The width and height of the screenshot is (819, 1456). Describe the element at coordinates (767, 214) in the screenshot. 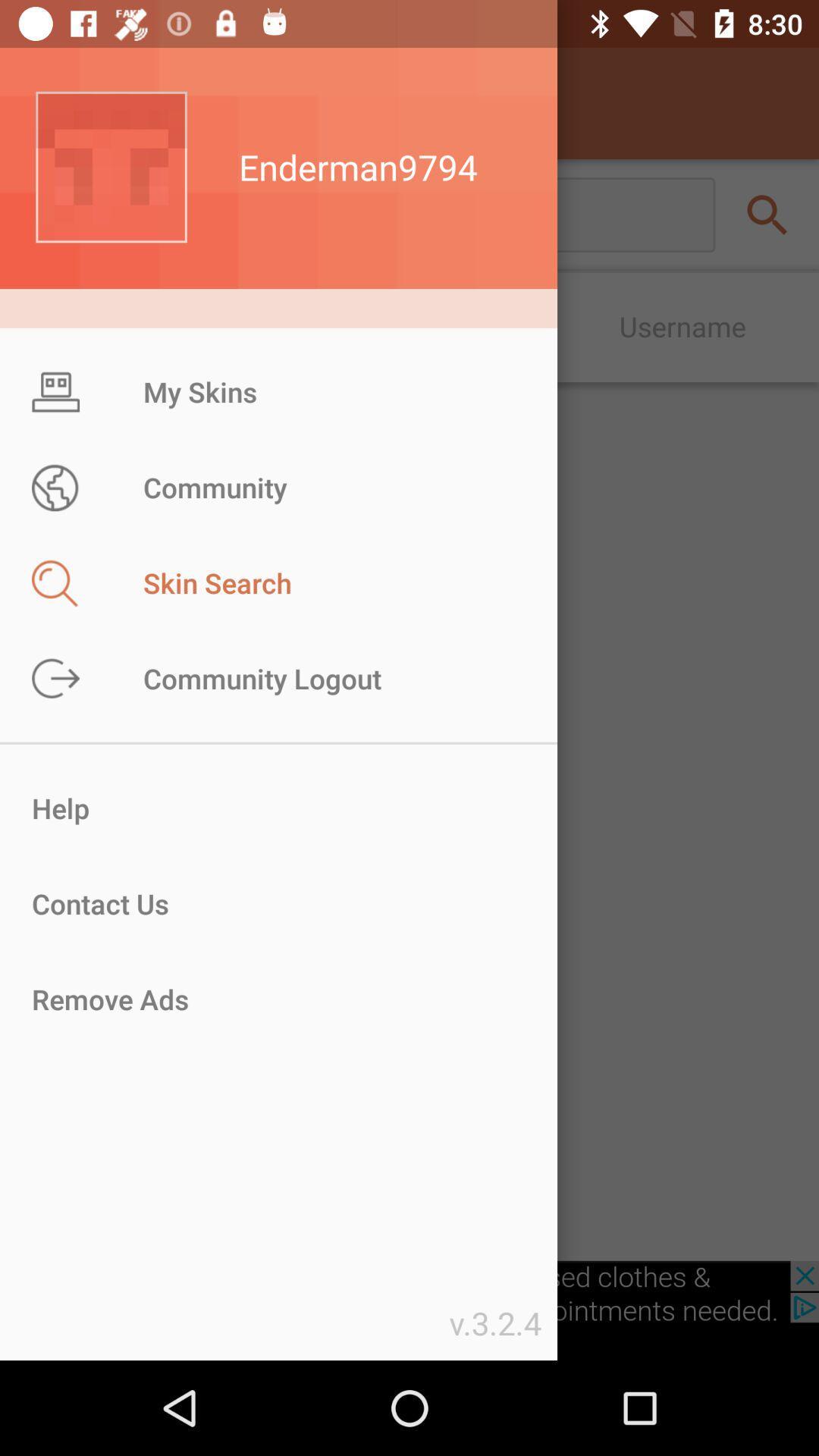

I see `the search icon` at that location.